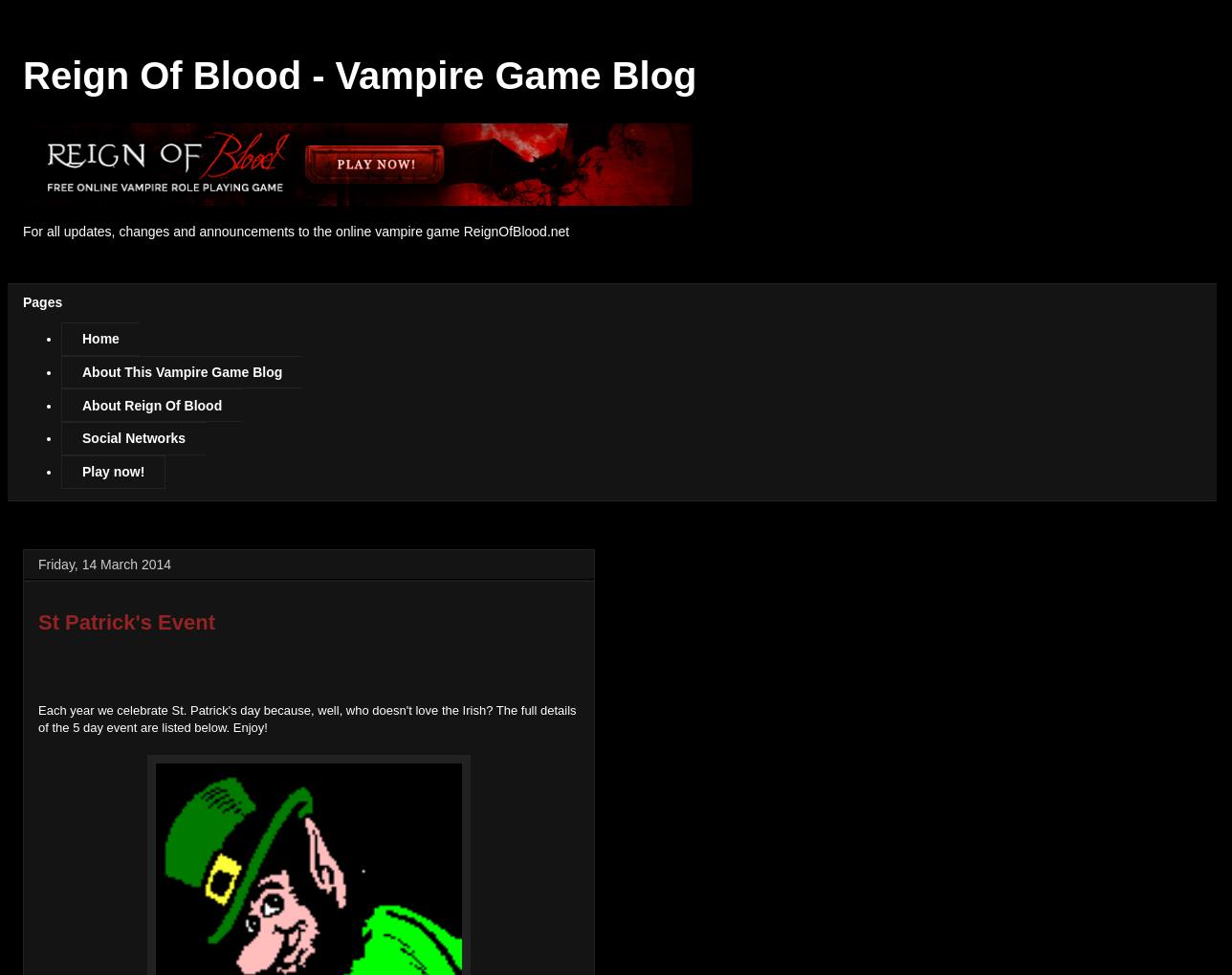  Describe the element at coordinates (42, 299) in the screenshot. I see `'Pages'` at that location.